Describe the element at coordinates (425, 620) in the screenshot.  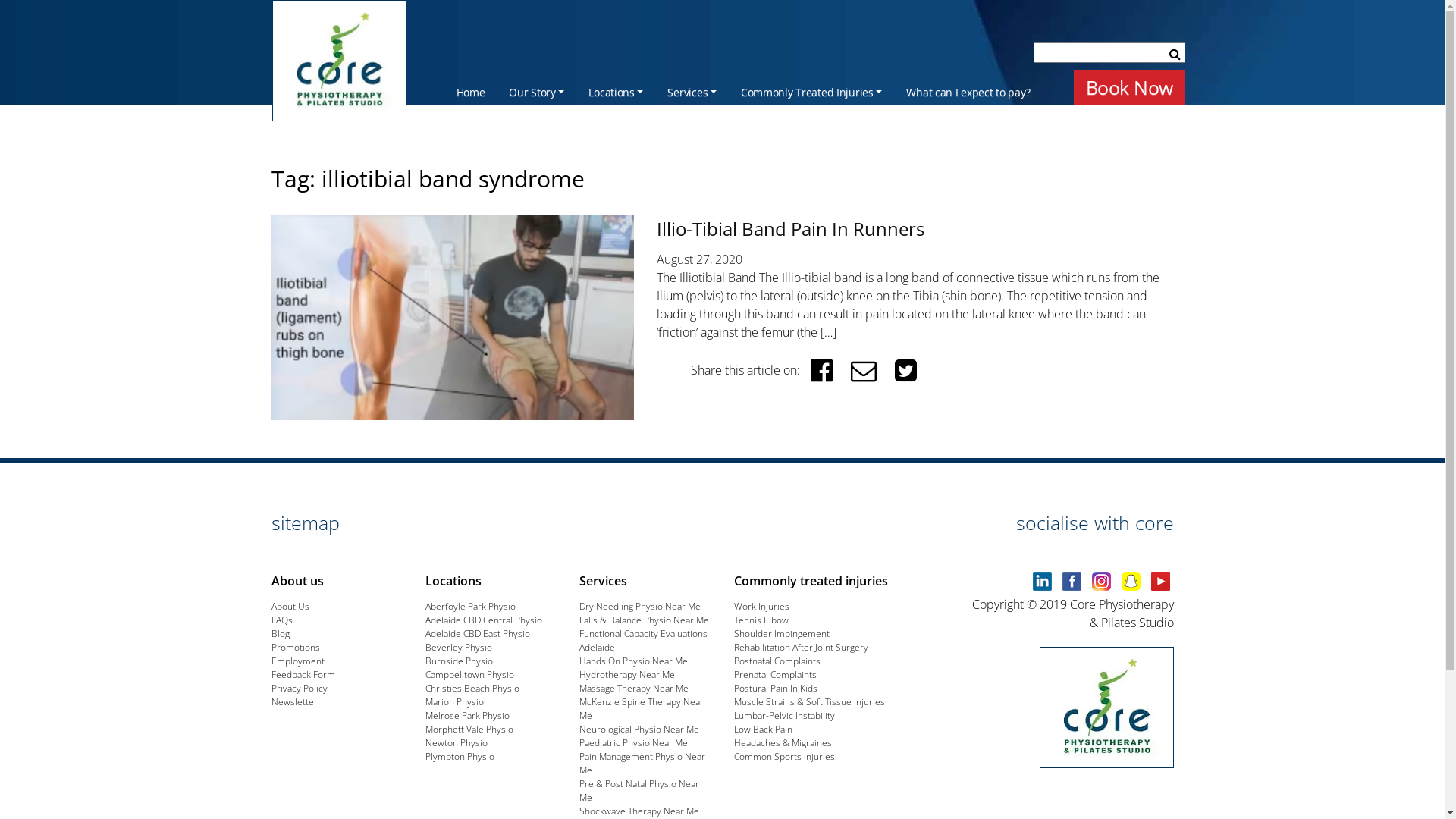
I see `'Adelaide CBD Central Physio'` at that location.